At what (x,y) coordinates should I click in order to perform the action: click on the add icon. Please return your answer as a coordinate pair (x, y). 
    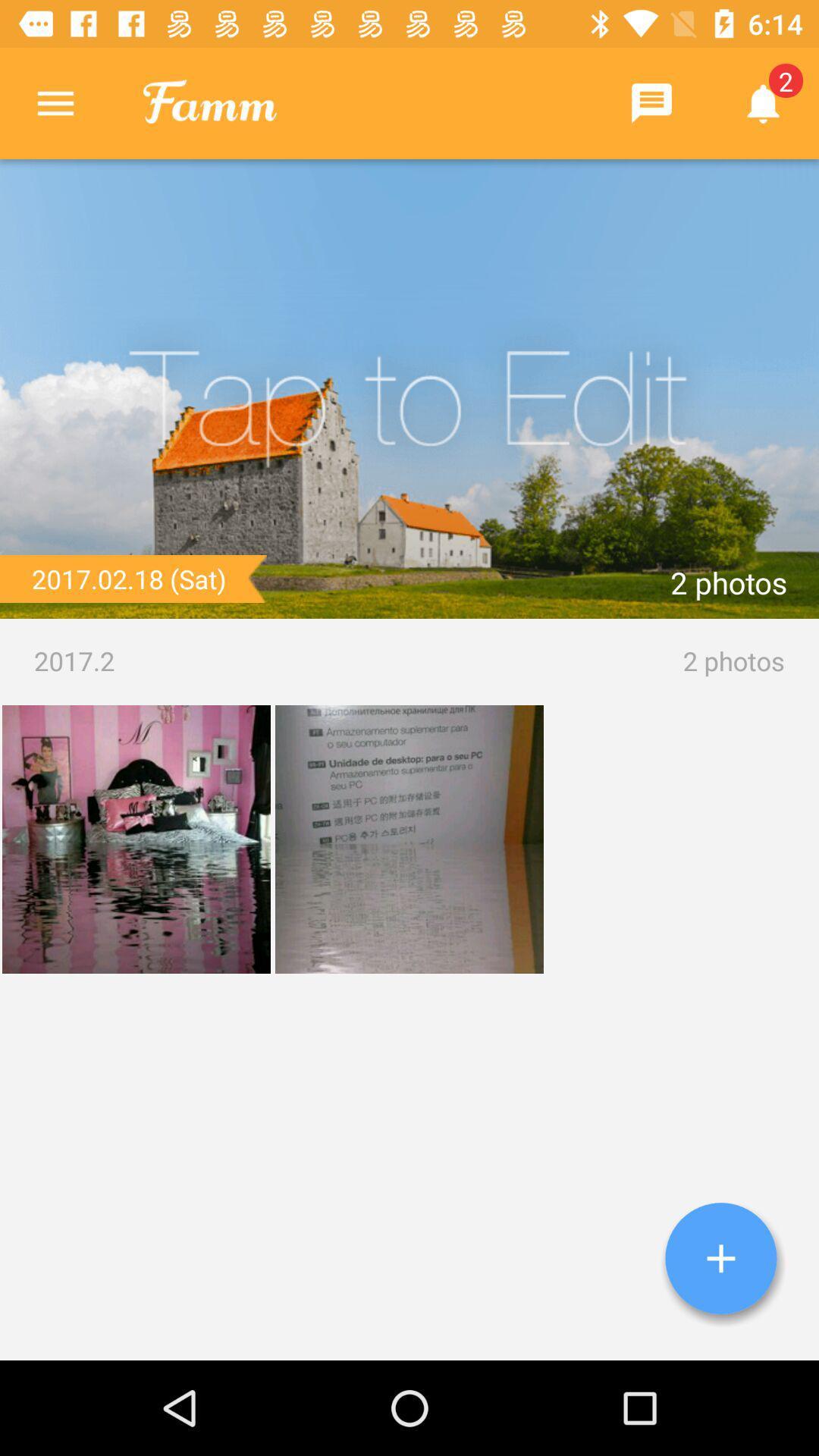
    Looking at the image, I should click on (720, 1258).